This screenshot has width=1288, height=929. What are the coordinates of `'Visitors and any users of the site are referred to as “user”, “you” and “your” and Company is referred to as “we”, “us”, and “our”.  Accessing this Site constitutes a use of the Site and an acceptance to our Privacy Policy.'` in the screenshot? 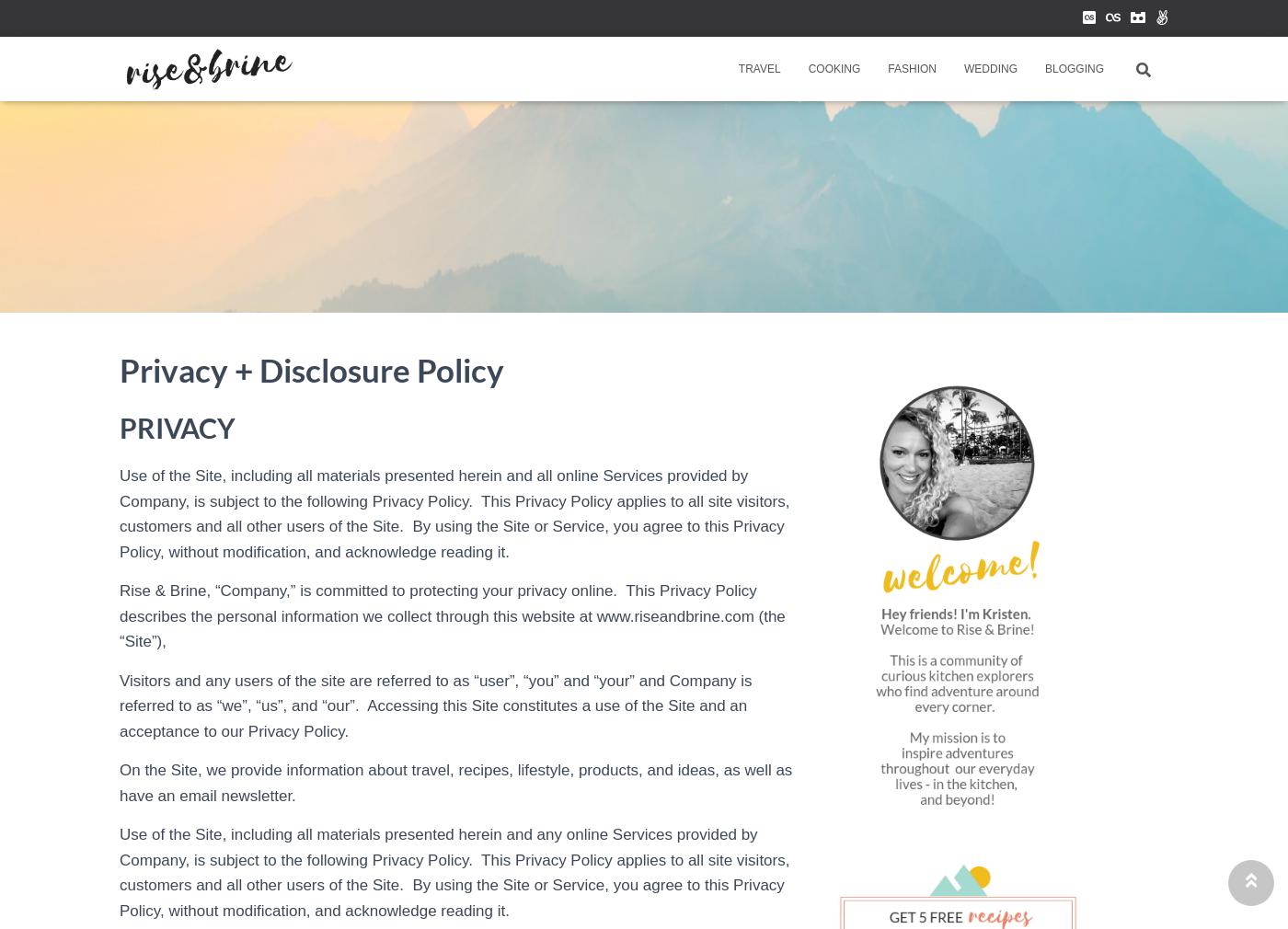 It's located at (435, 705).